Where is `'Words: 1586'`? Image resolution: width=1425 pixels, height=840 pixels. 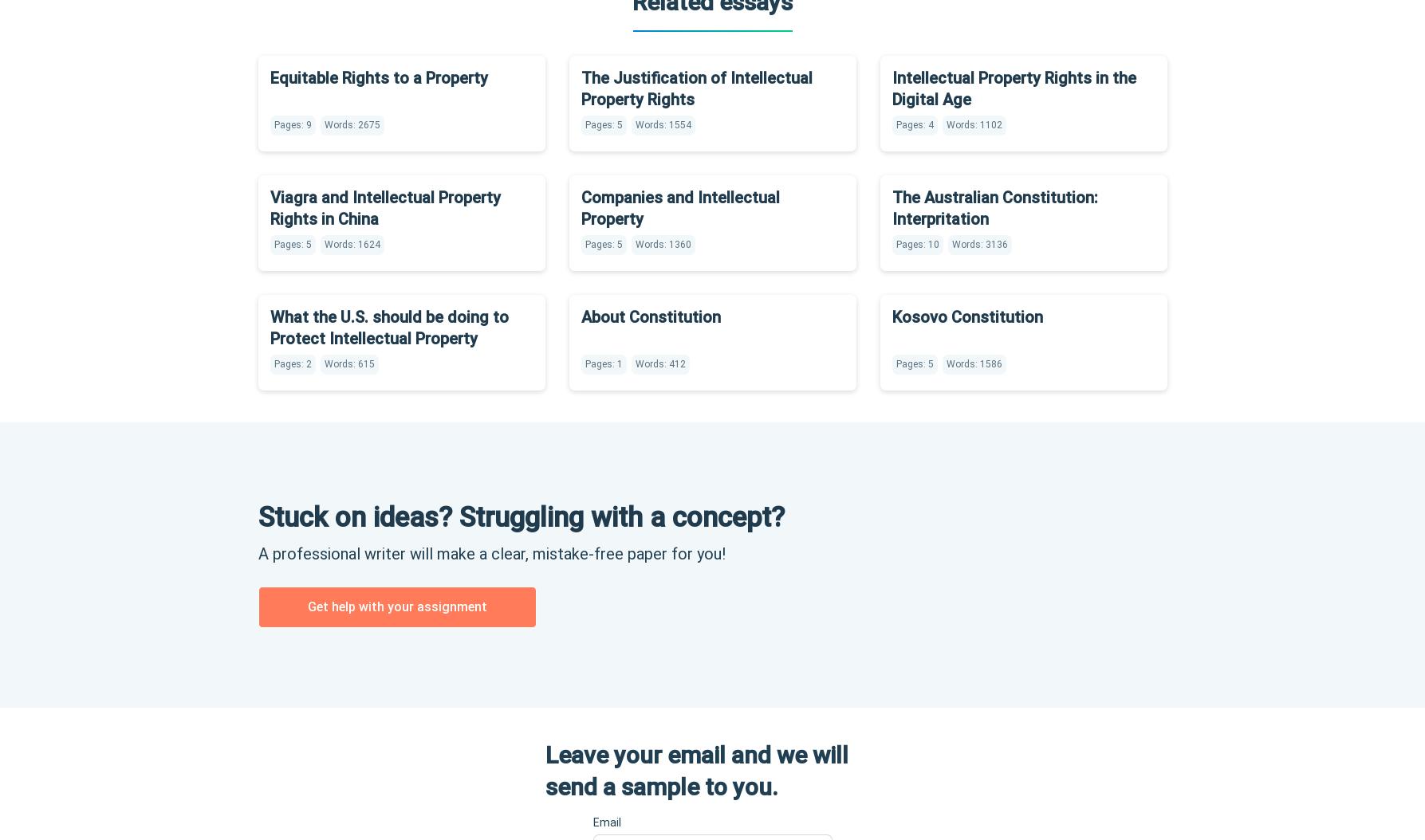
'Words: 1586' is located at coordinates (946, 363).